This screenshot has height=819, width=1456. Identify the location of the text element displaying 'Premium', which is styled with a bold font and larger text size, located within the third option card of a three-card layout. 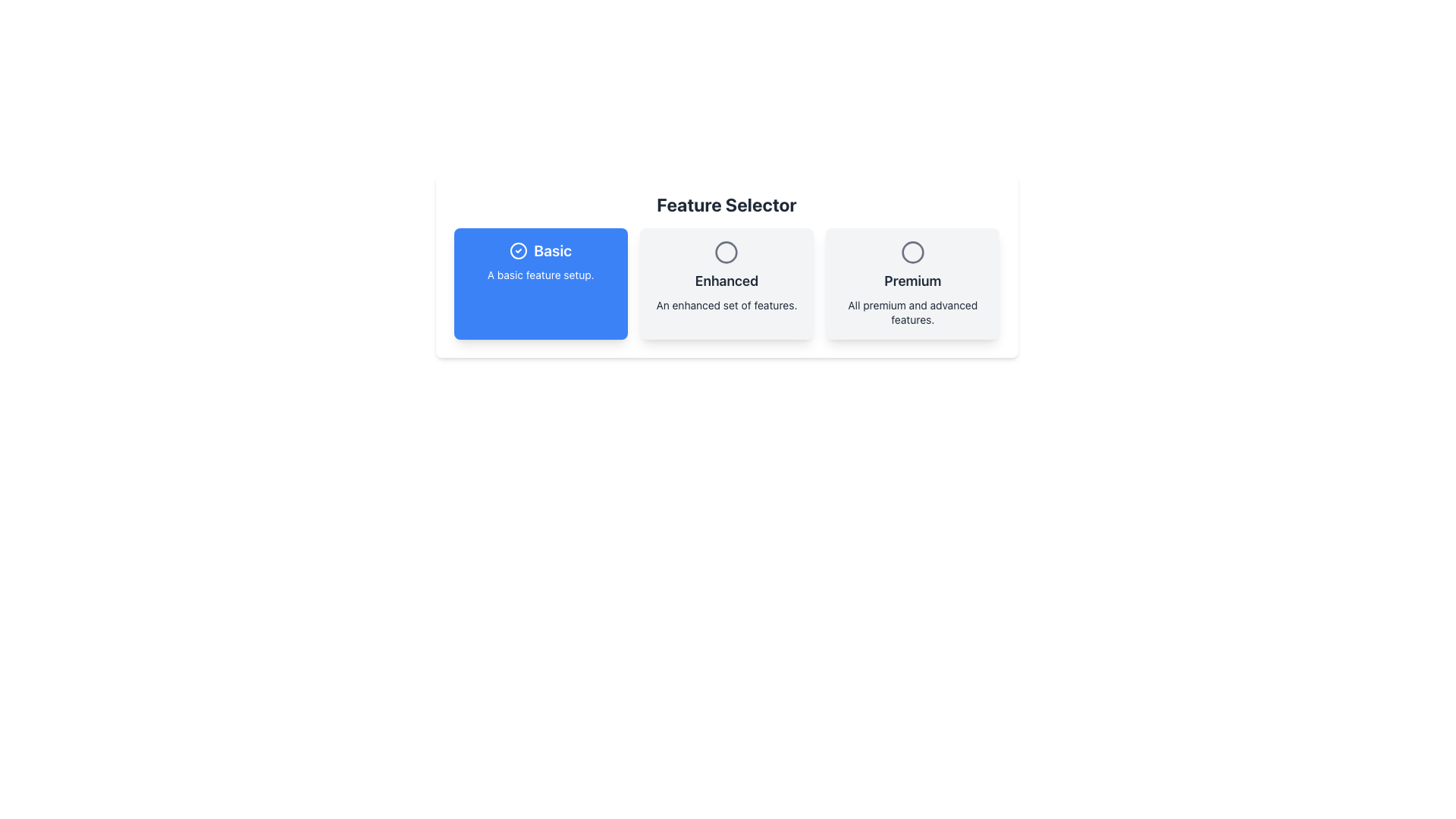
(912, 281).